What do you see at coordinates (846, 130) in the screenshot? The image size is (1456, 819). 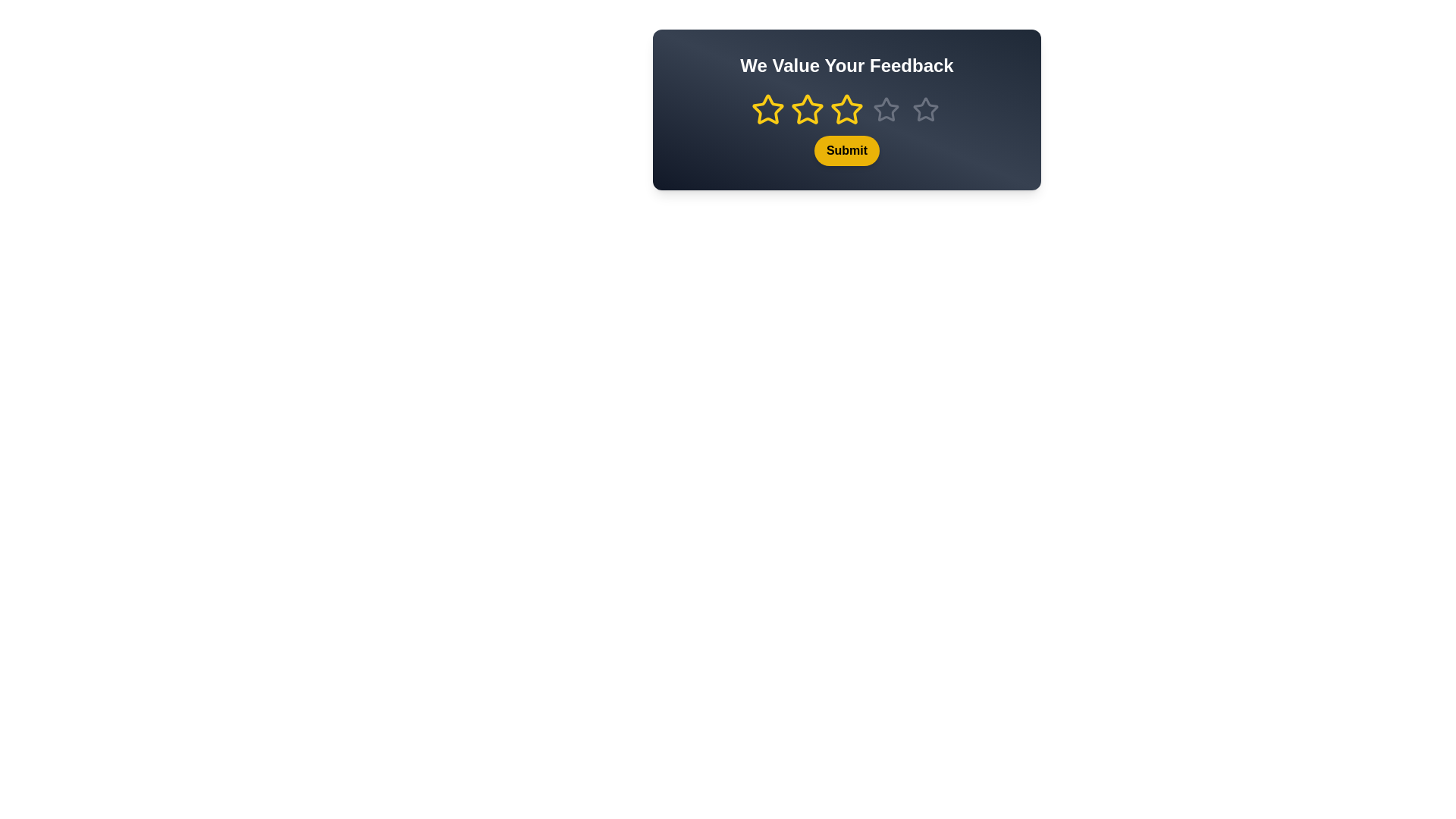 I see `the feedback submission button located at the bottom center of the feedback section to observe the hover effect` at bounding box center [846, 130].